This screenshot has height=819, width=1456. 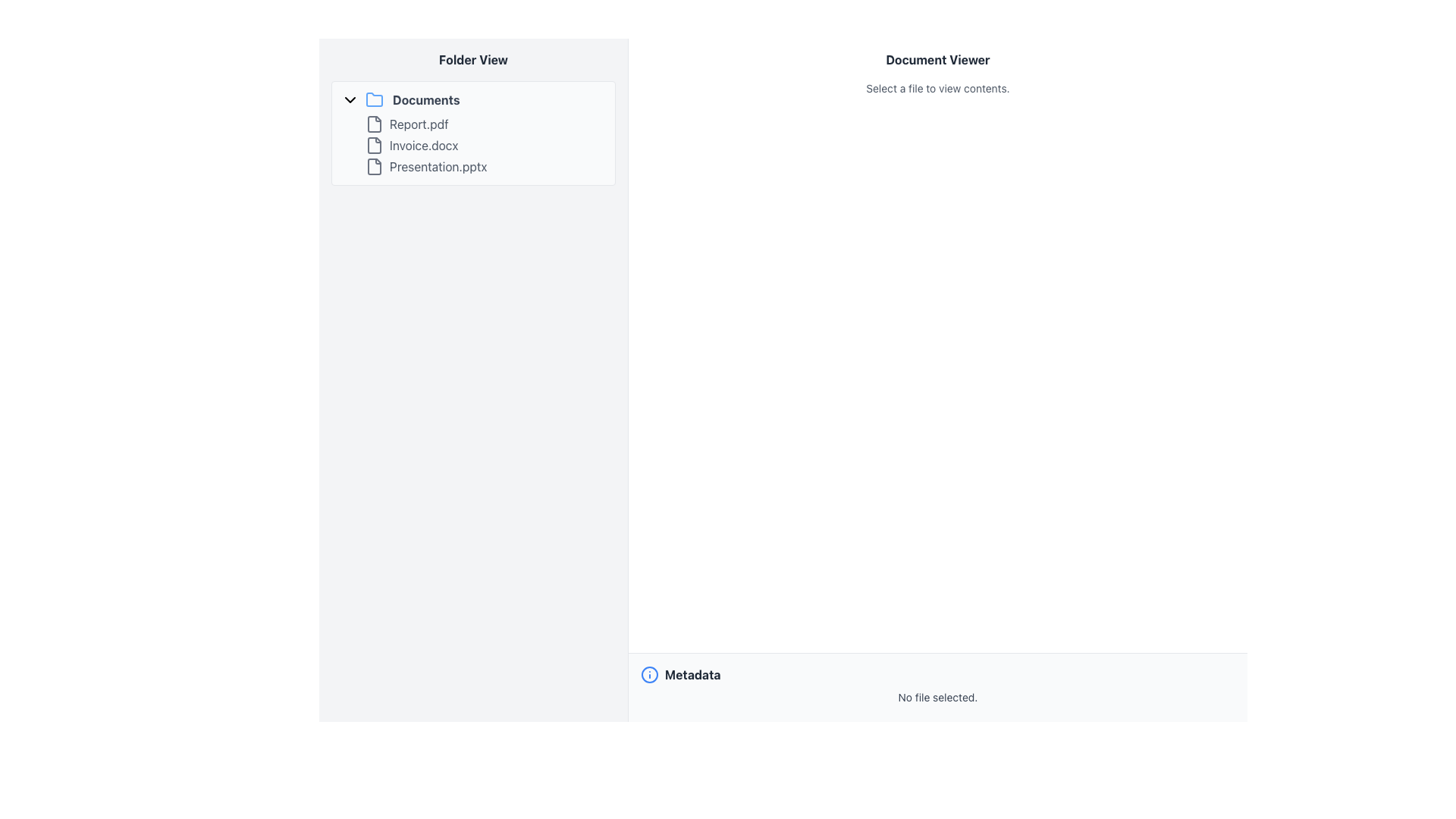 What do you see at coordinates (375, 99) in the screenshot?
I see `the 'Documents' folder SVG icon located to the right of the arrow icon for expand/collapse functionality` at bounding box center [375, 99].